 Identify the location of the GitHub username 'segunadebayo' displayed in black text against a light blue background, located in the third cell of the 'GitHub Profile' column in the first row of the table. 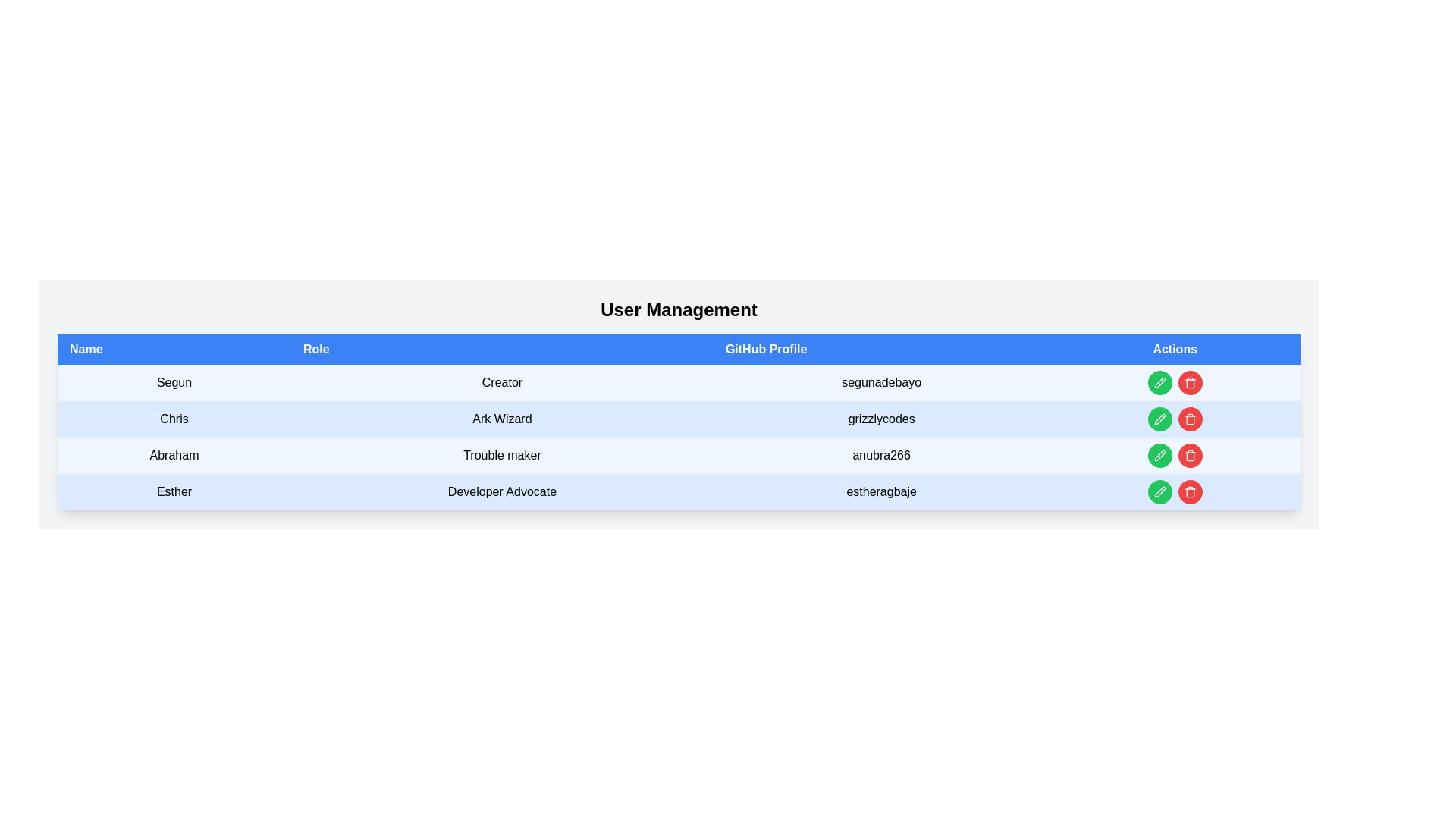
(881, 382).